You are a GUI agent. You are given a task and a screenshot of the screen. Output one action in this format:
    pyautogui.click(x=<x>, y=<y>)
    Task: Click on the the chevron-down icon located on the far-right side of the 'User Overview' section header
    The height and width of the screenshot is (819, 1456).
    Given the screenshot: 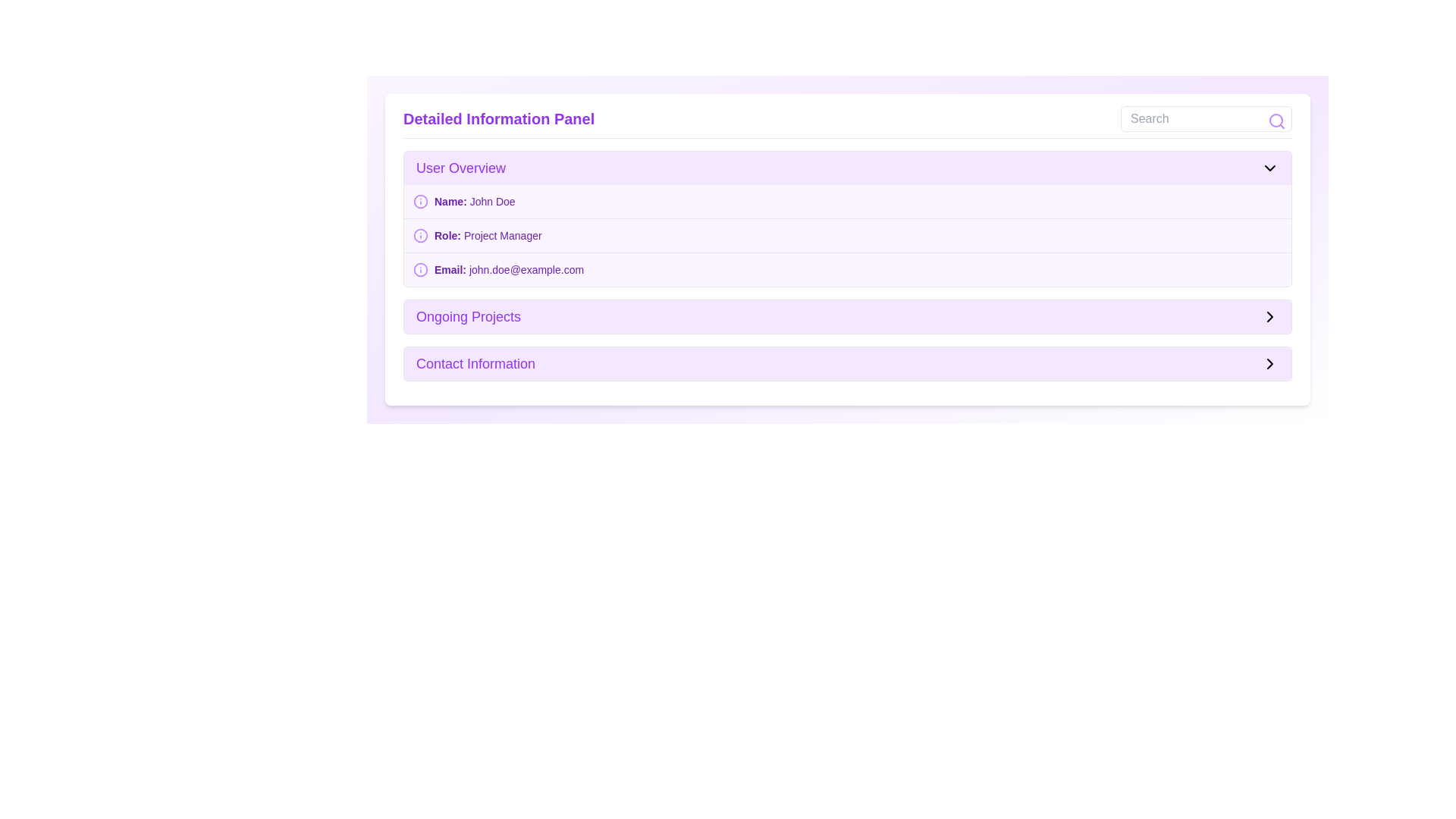 What is the action you would take?
    pyautogui.click(x=1270, y=168)
    